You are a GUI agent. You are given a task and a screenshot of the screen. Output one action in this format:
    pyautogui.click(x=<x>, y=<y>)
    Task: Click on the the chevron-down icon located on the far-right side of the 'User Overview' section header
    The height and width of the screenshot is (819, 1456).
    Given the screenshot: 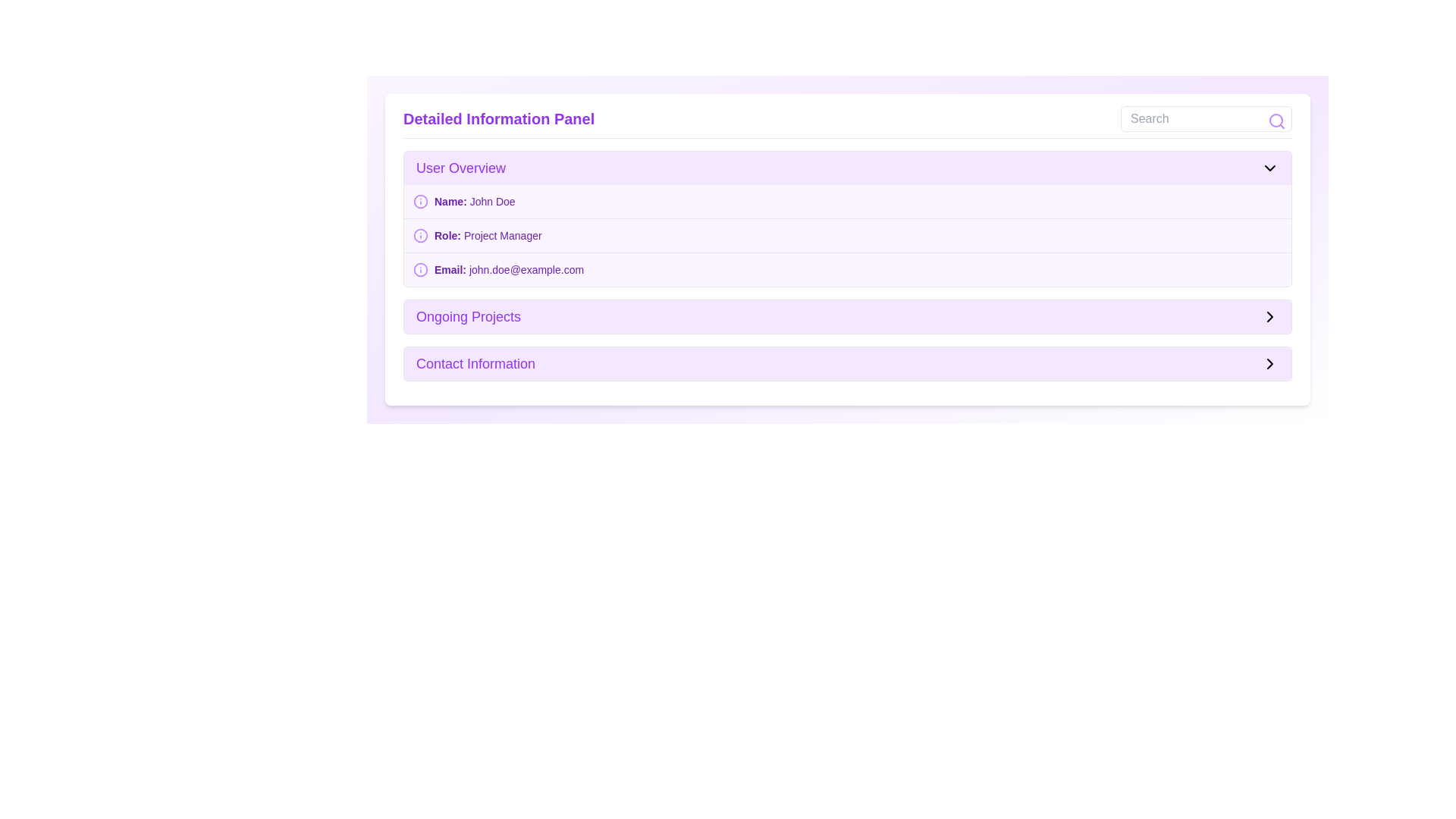 What is the action you would take?
    pyautogui.click(x=1270, y=168)
    